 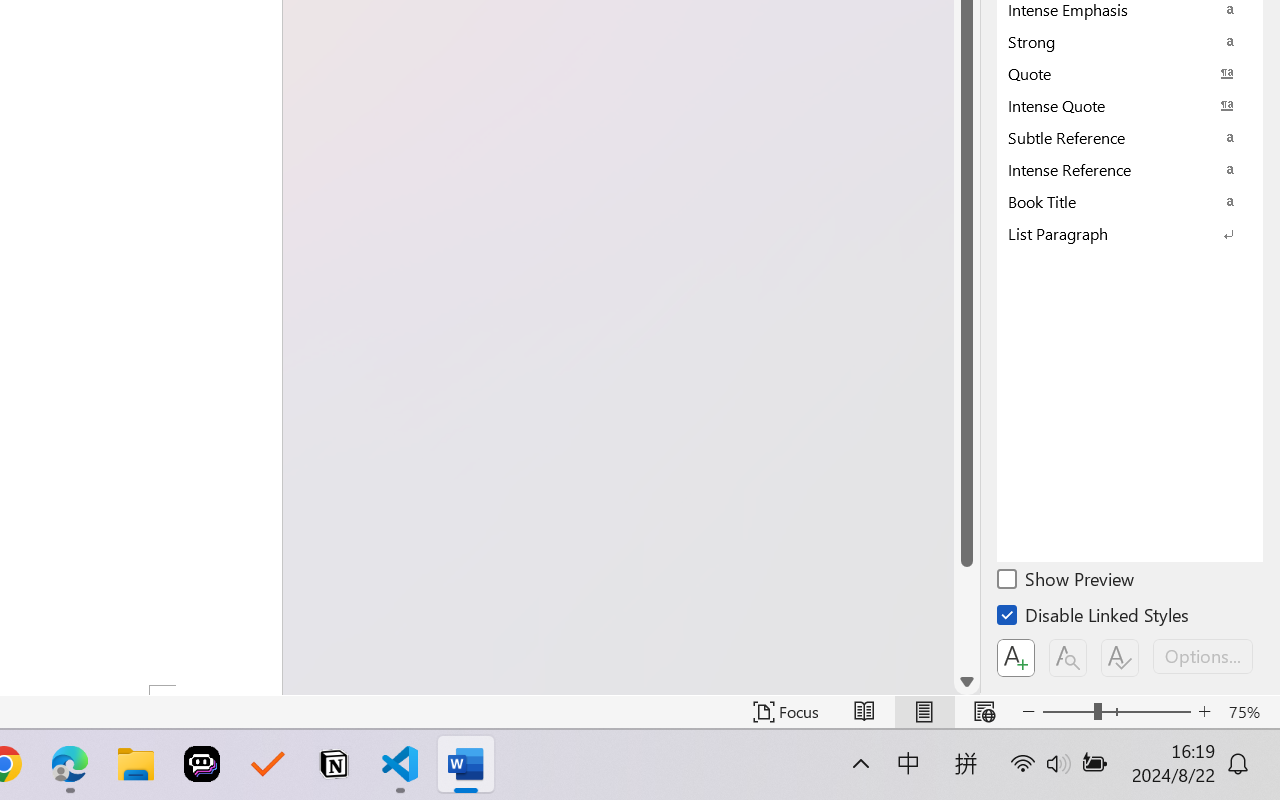 What do you see at coordinates (1066, 581) in the screenshot?
I see `'Show Preview'` at bounding box center [1066, 581].